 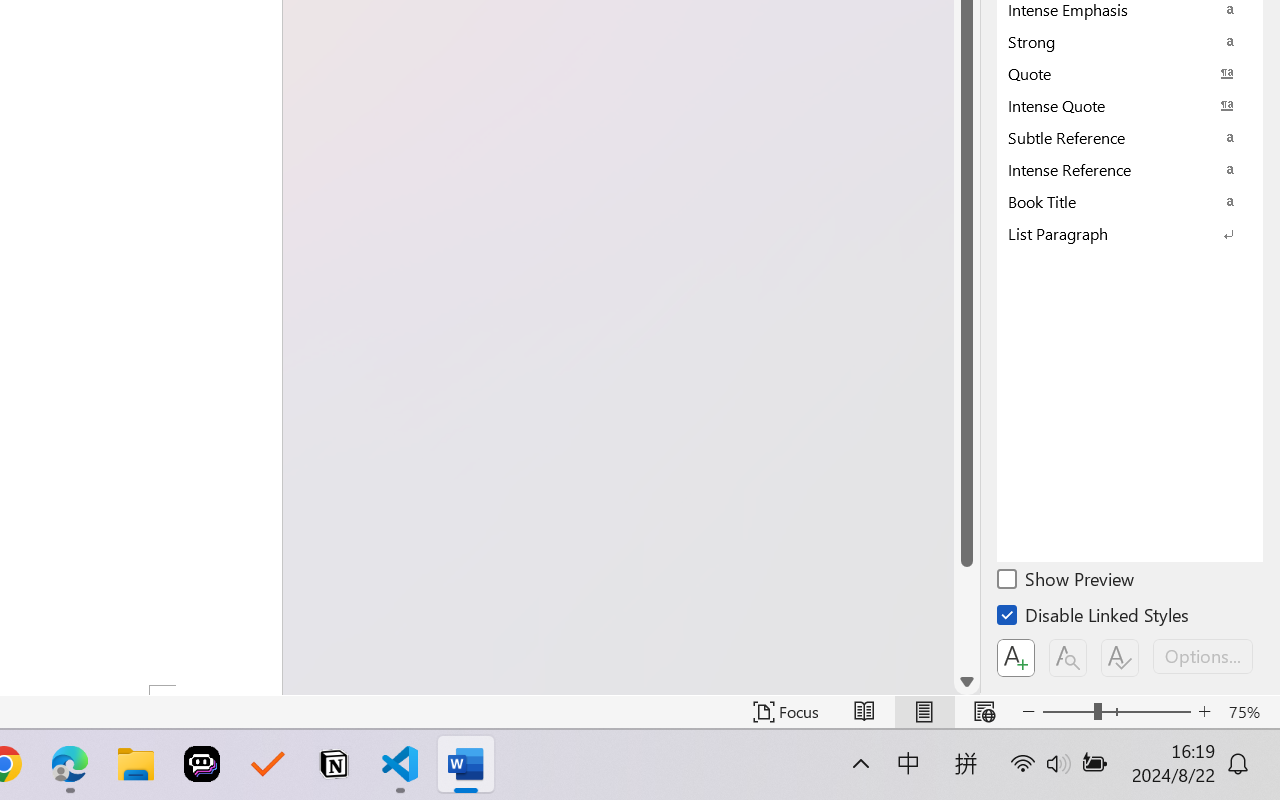 What do you see at coordinates (1066, 581) in the screenshot?
I see `'Show Preview'` at bounding box center [1066, 581].